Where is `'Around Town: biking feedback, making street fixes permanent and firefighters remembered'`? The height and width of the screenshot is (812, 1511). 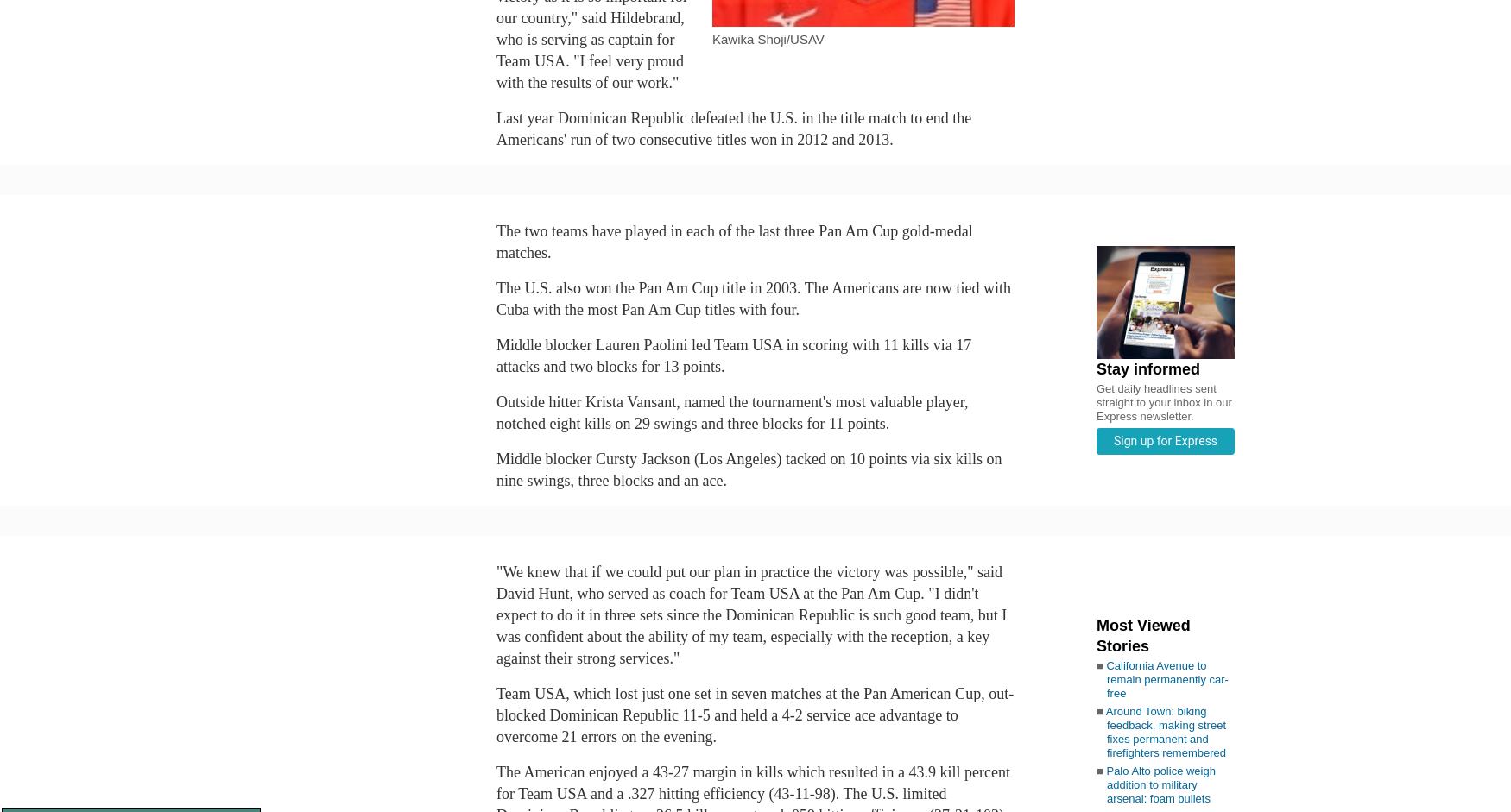 'Around Town: biking feedback, making street fixes permanent and firefighters remembered' is located at coordinates (1165, 730).